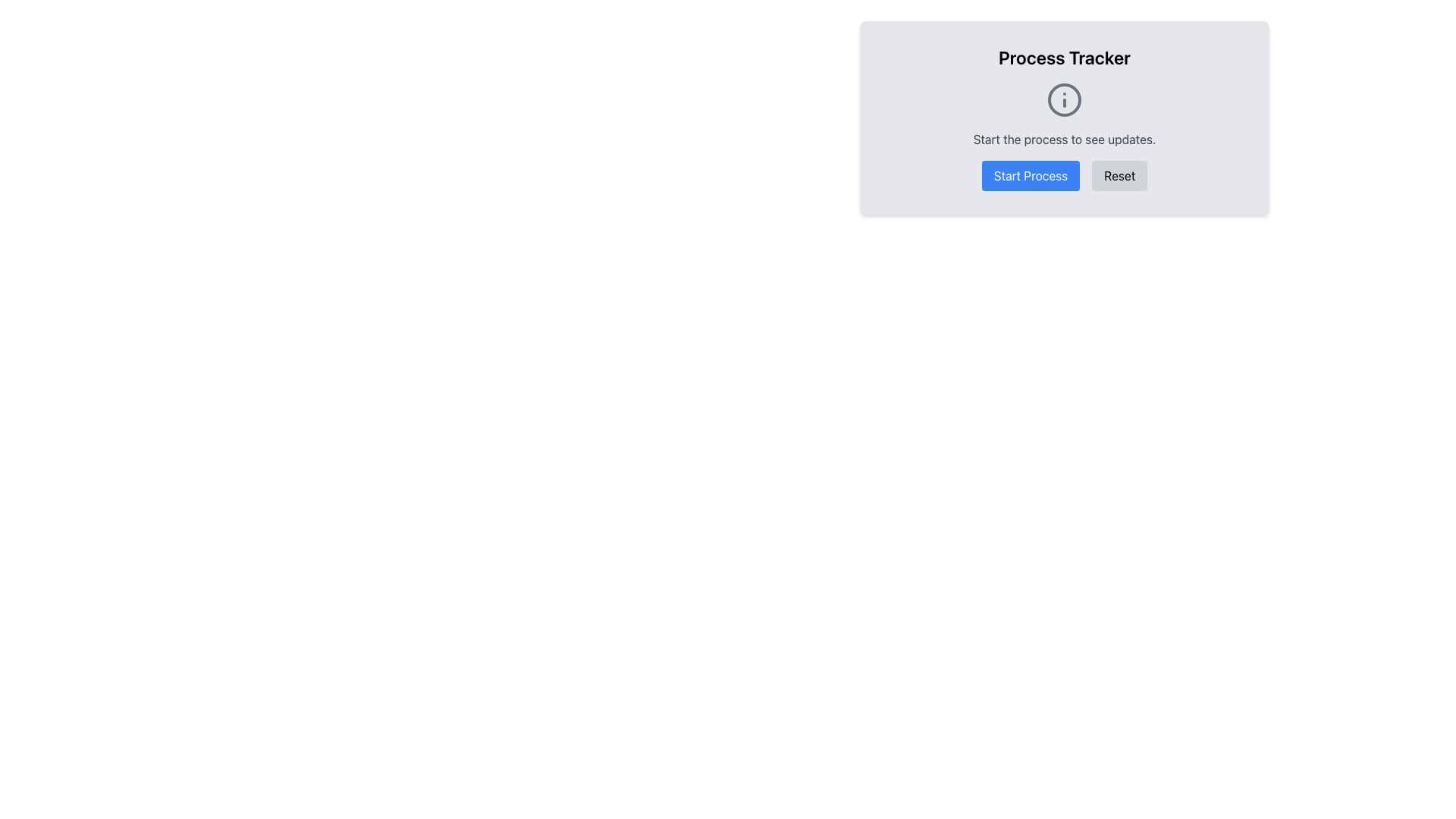  I want to click on the Info Icon located below the 'Process Tracker' title and above the text 'Start the process, so click(1063, 99).